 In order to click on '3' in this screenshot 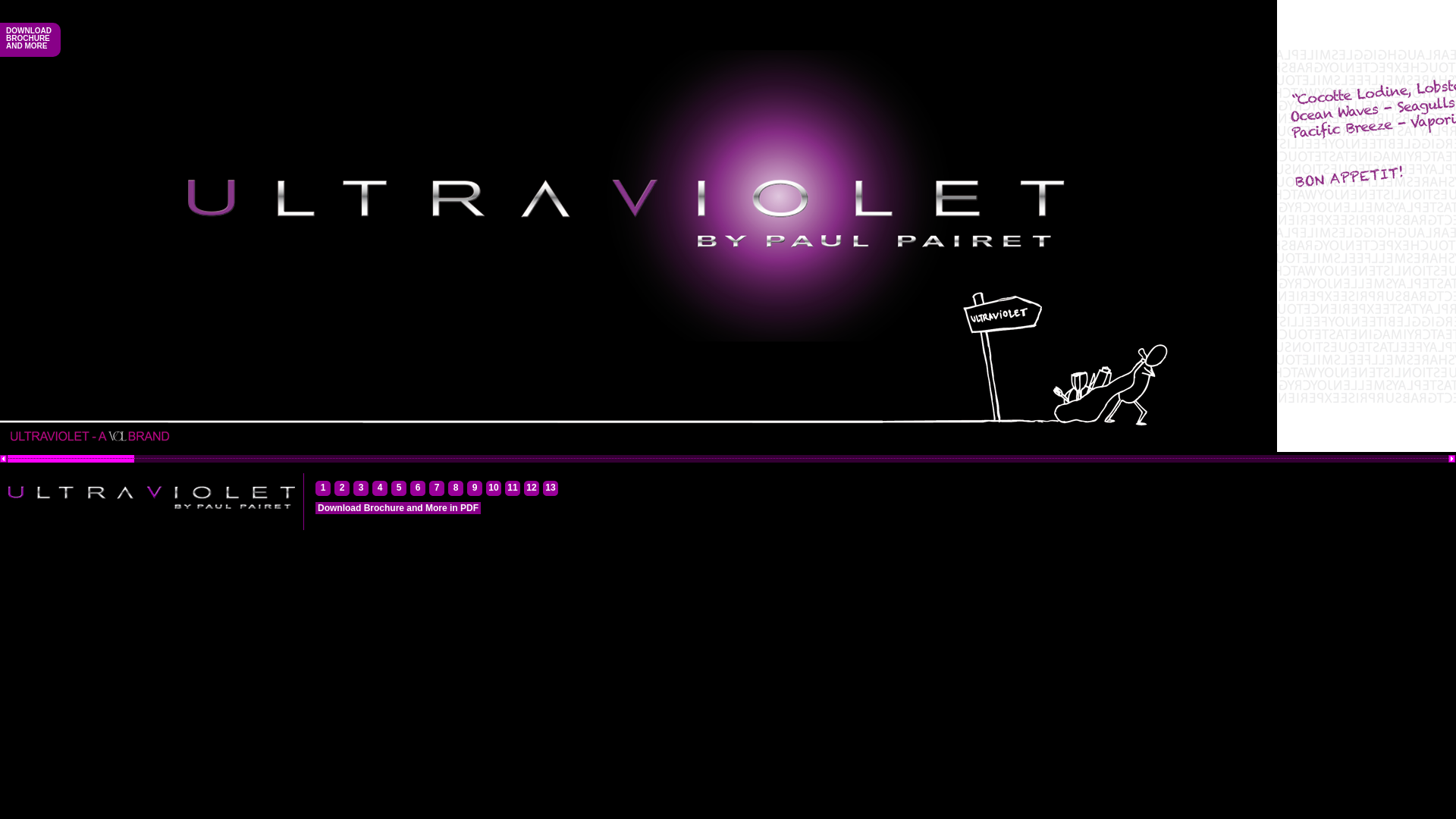, I will do `click(359, 488)`.